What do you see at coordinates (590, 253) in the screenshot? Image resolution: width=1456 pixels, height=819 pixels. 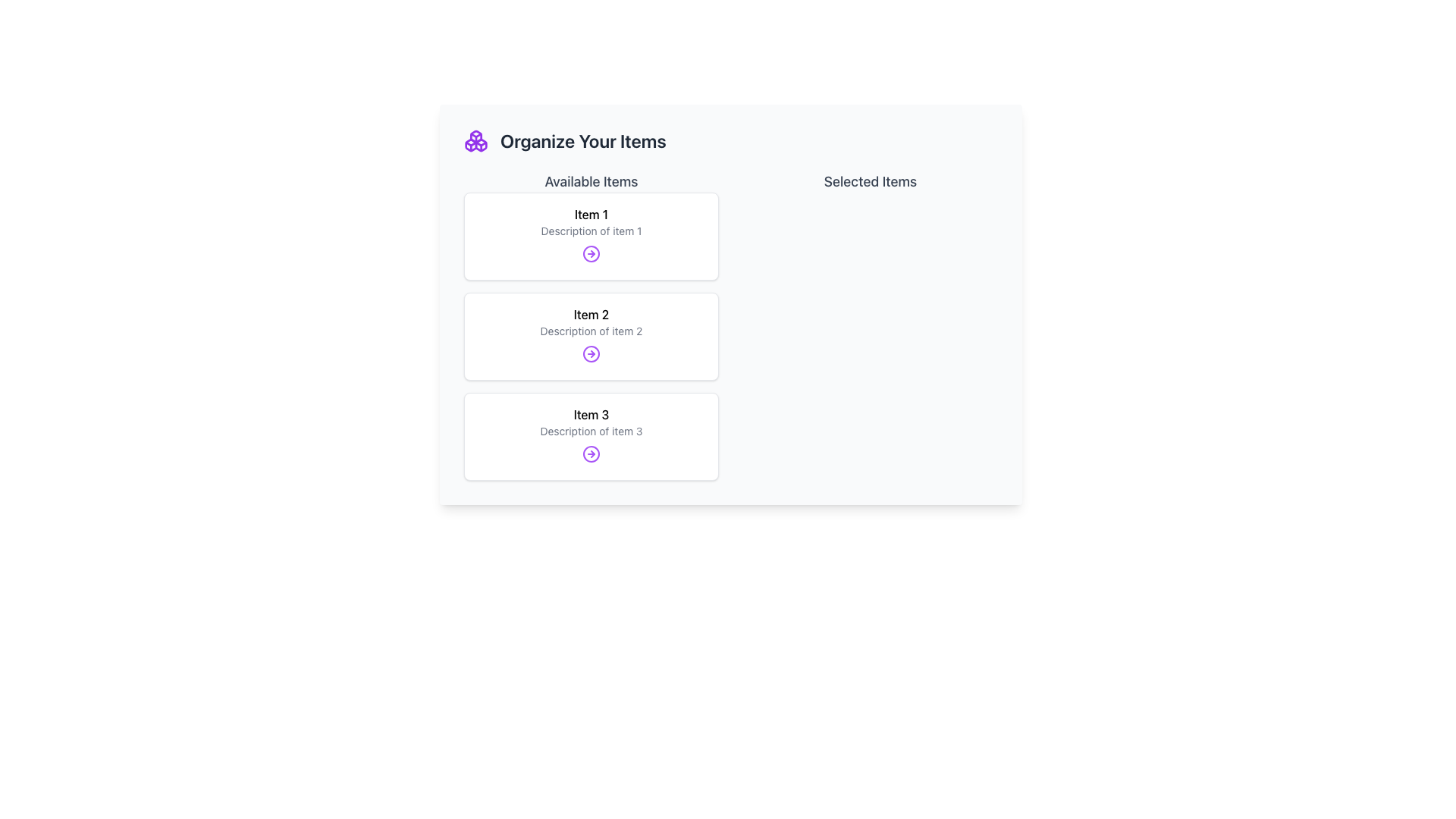 I see `the interactive button located at the bottom-right corner of the card displaying 'Item 1' and 'Description of item 1'` at bounding box center [590, 253].